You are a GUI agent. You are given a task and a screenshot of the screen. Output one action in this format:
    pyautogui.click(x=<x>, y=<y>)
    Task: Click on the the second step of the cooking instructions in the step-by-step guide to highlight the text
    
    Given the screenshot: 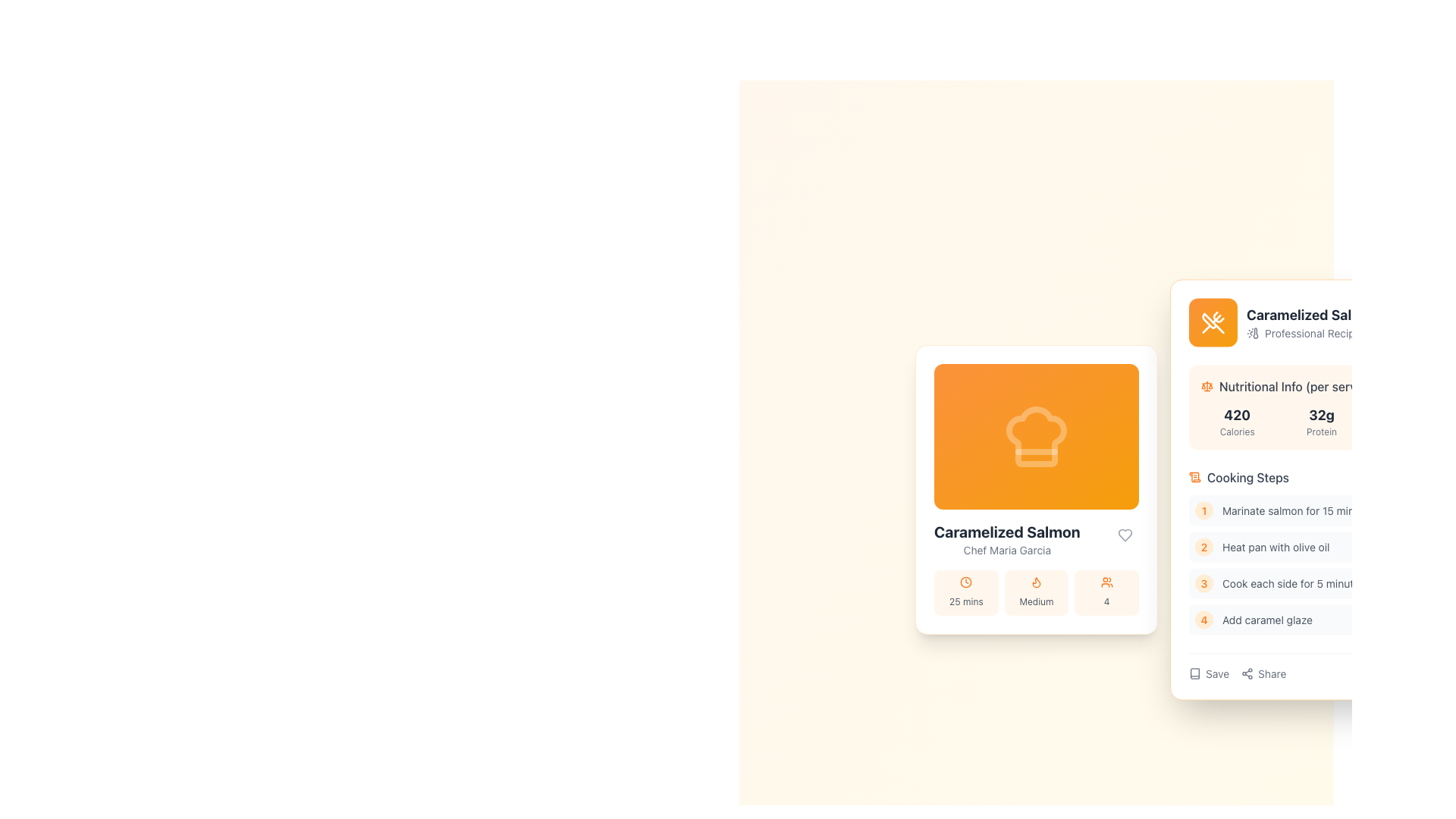 What is the action you would take?
    pyautogui.click(x=1320, y=551)
    